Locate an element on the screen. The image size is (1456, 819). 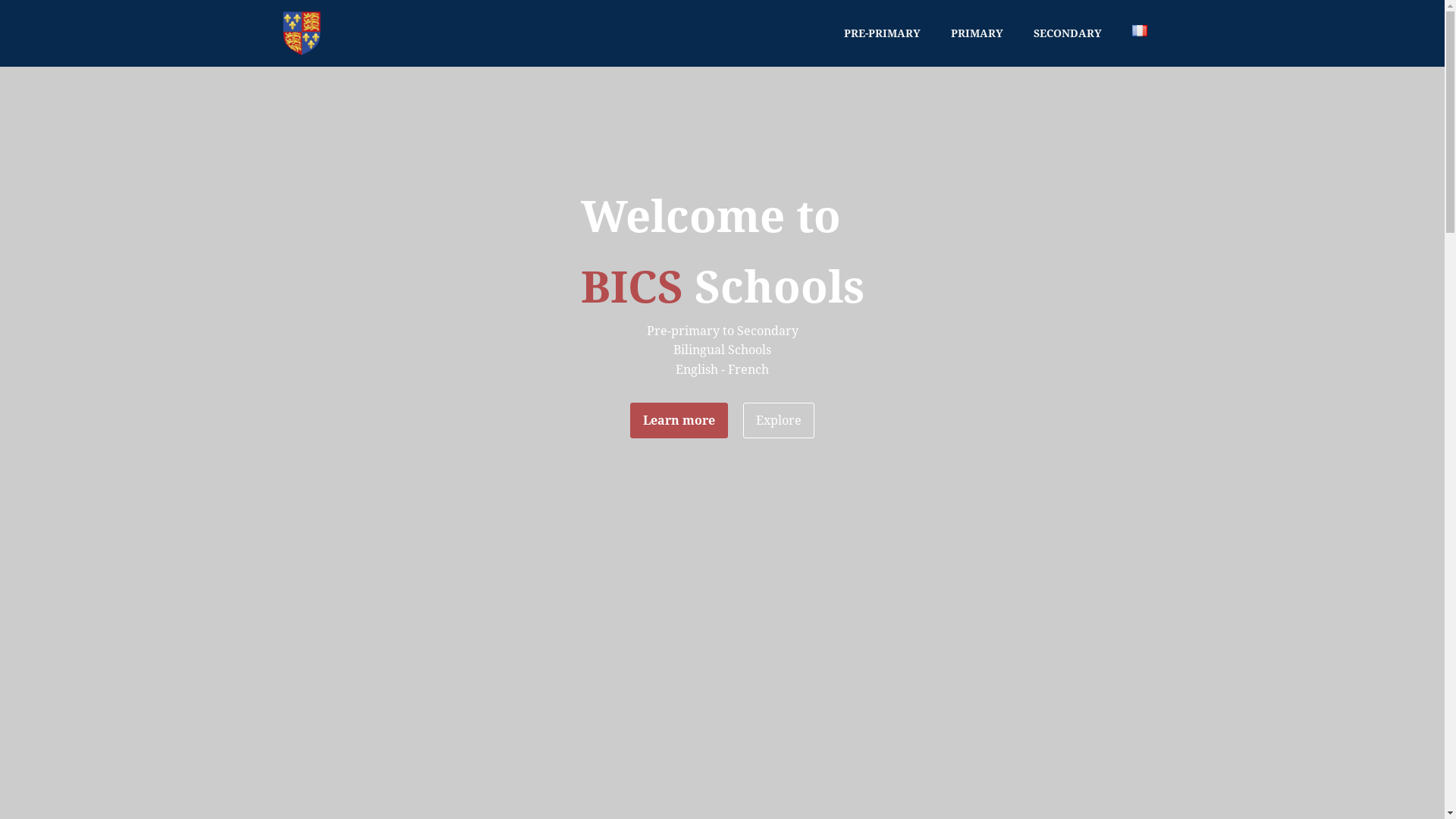
'PRIMARY' is located at coordinates (977, 33).